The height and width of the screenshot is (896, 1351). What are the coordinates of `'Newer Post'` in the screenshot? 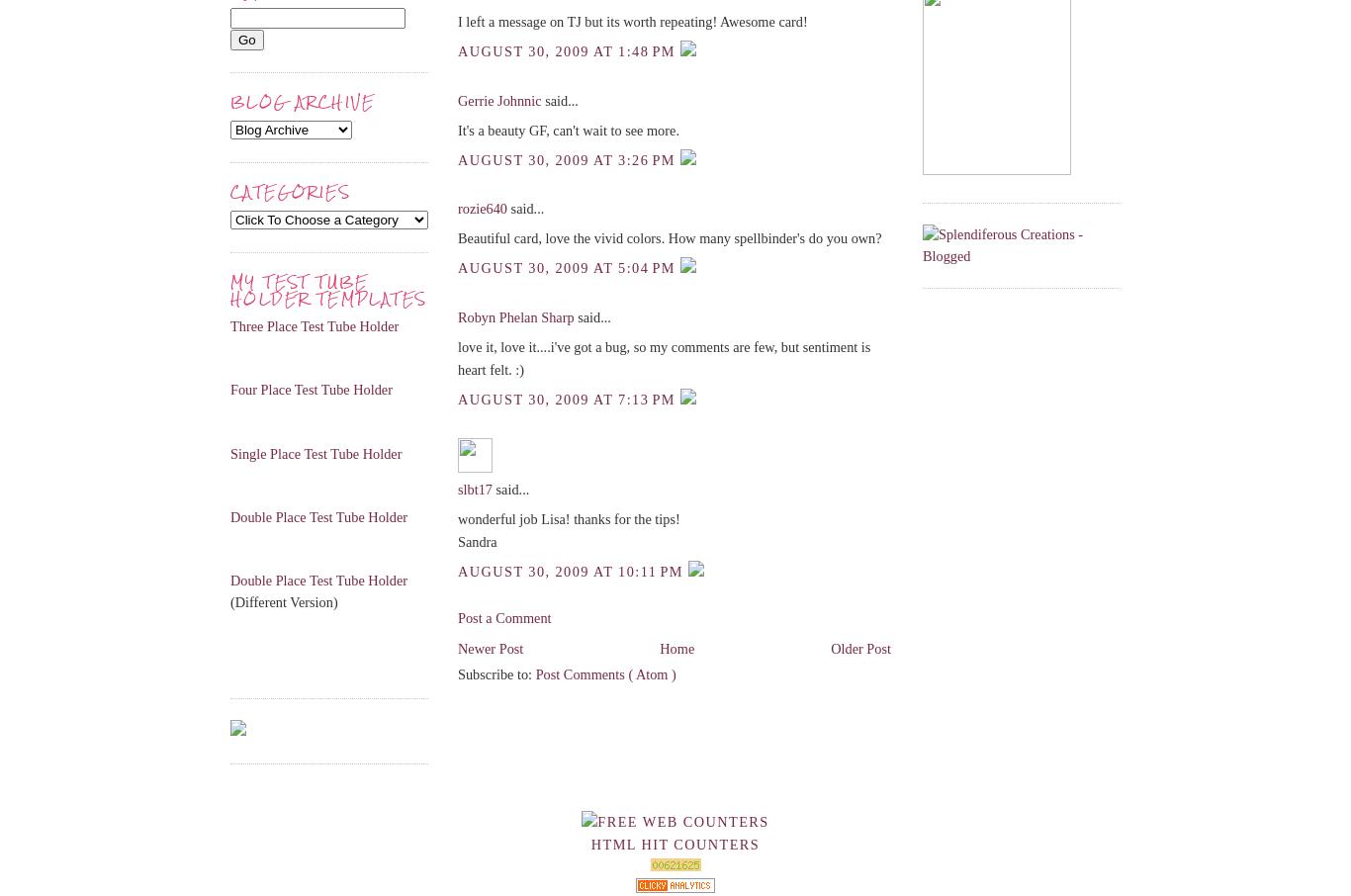 It's located at (490, 648).